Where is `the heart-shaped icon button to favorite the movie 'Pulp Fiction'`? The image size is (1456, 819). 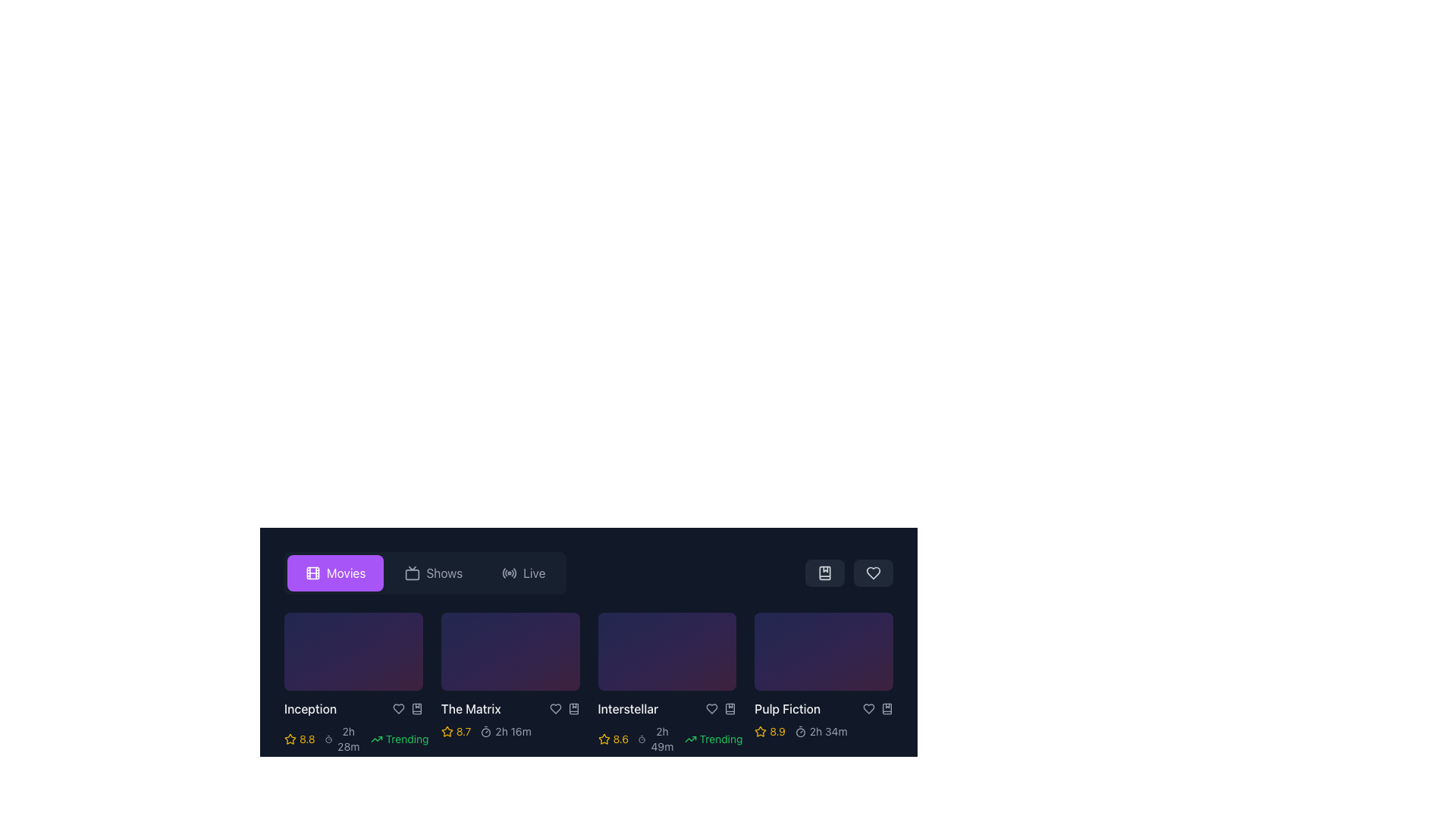 the heart-shaped icon button to favorite the movie 'Pulp Fiction' is located at coordinates (869, 708).